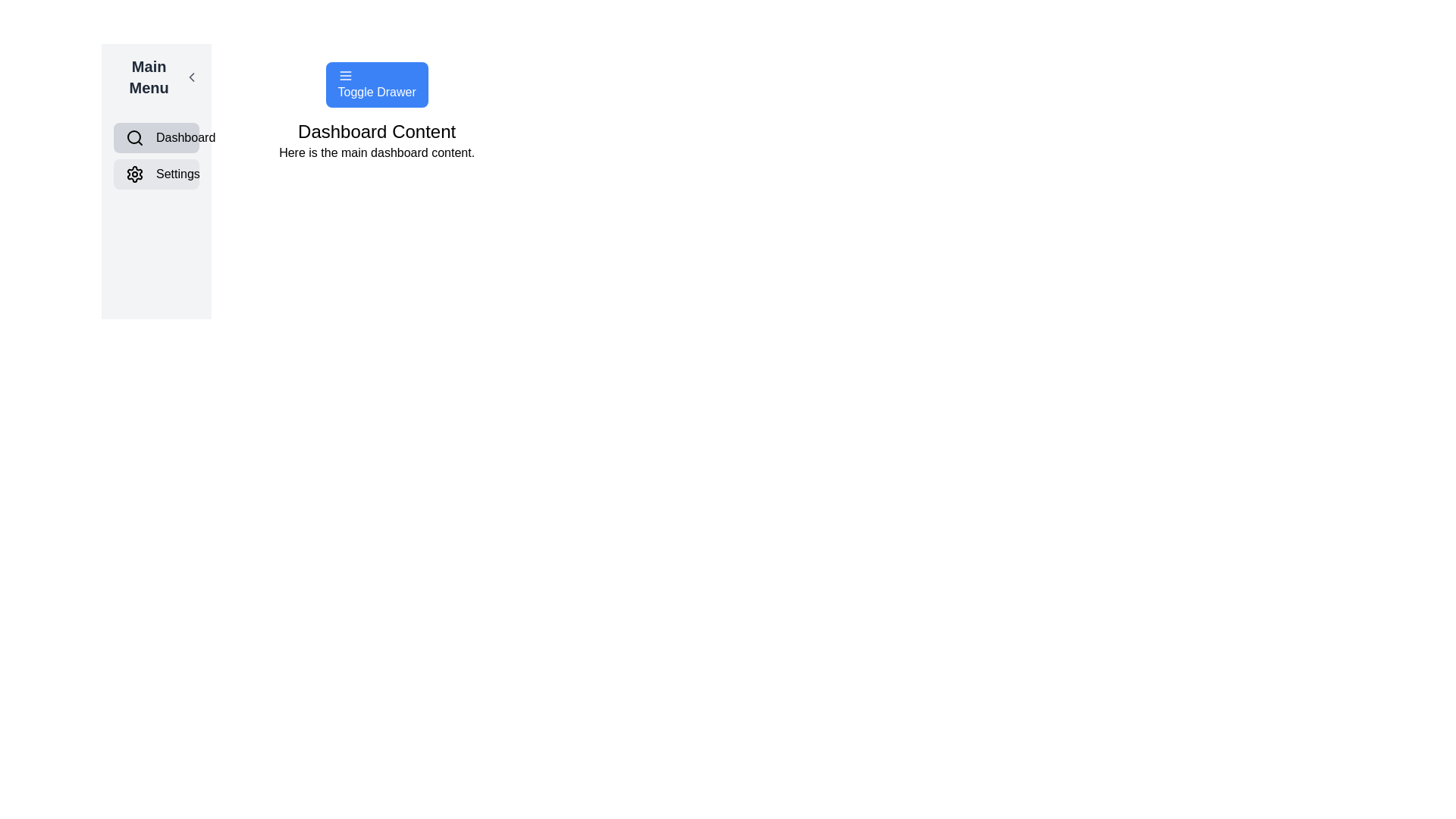 This screenshot has width=1456, height=819. I want to click on the navigation button for the Dashboard section, located under 'Main Menu' and above 'Settings', so click(156, 137).